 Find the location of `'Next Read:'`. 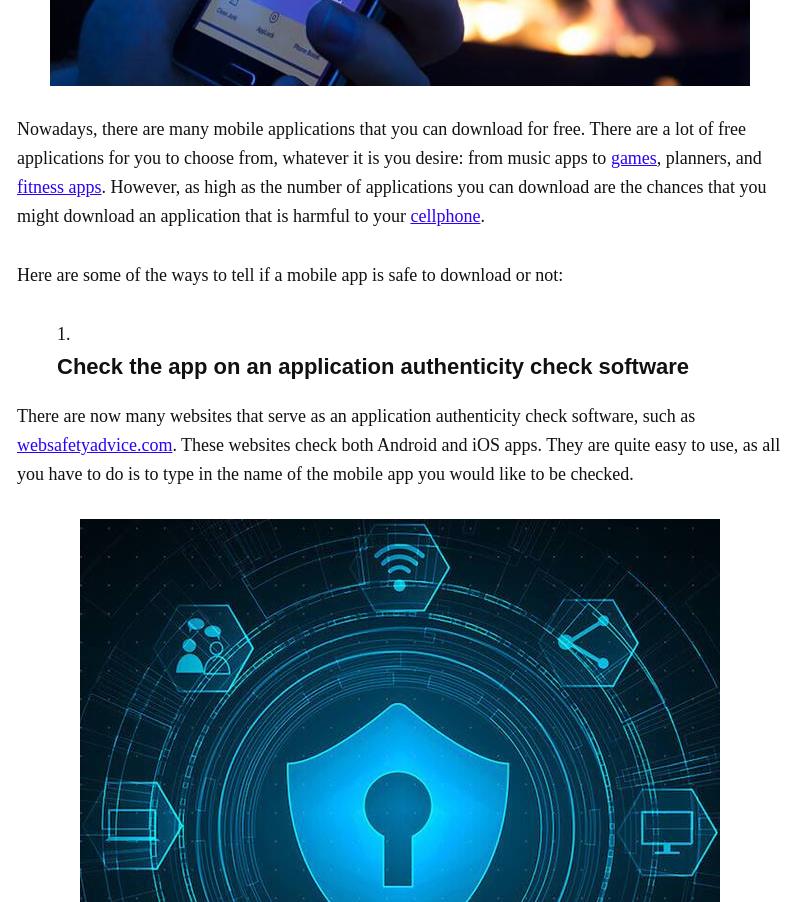

'Next Read:' is located at coordinates (53, 608).